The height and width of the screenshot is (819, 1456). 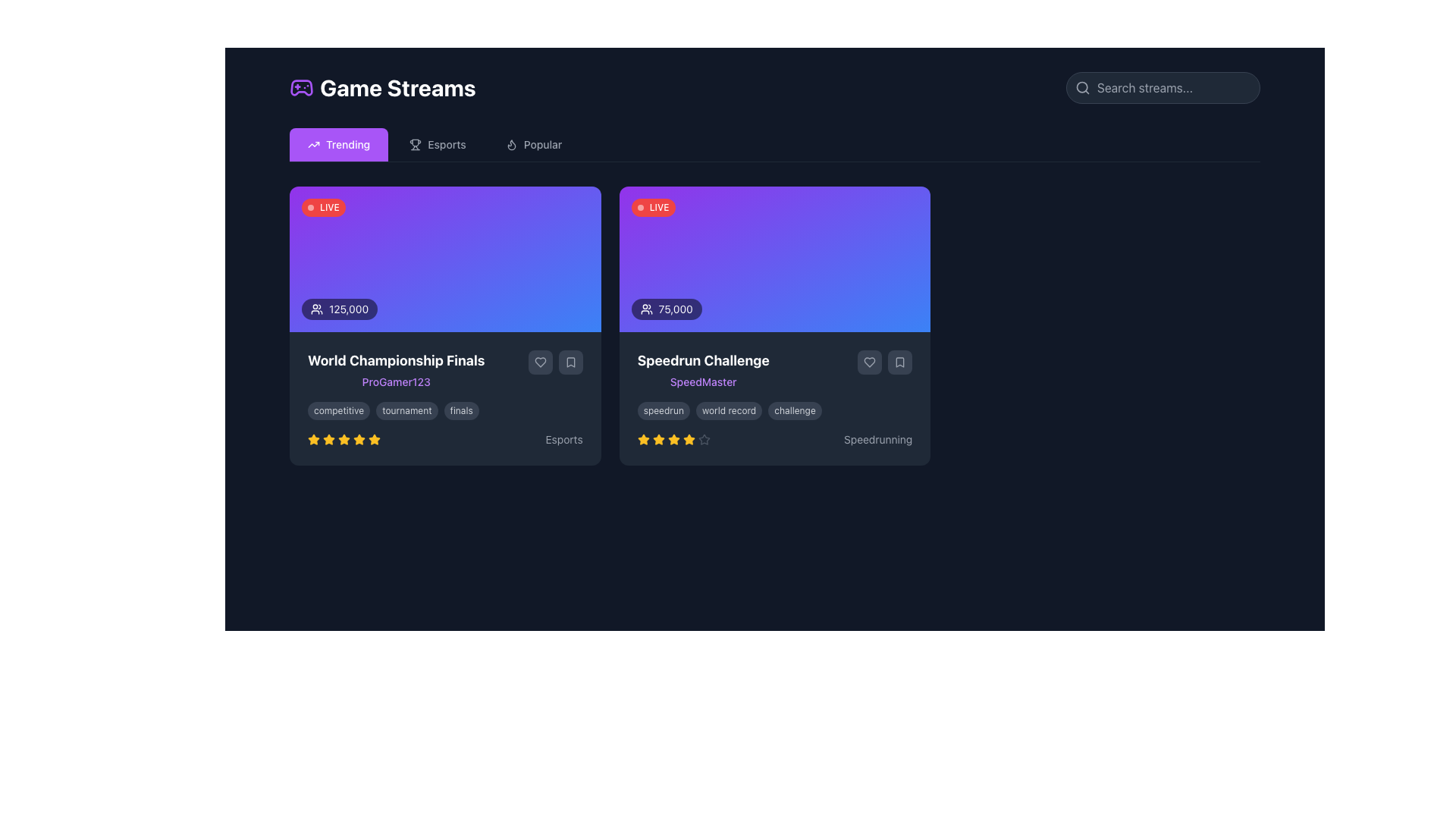 What do you see at coordinates (542, 145) in the screenshot?
I see `the text label reading 'Popular' located in the navigation area` at bounding box center [542, 145].